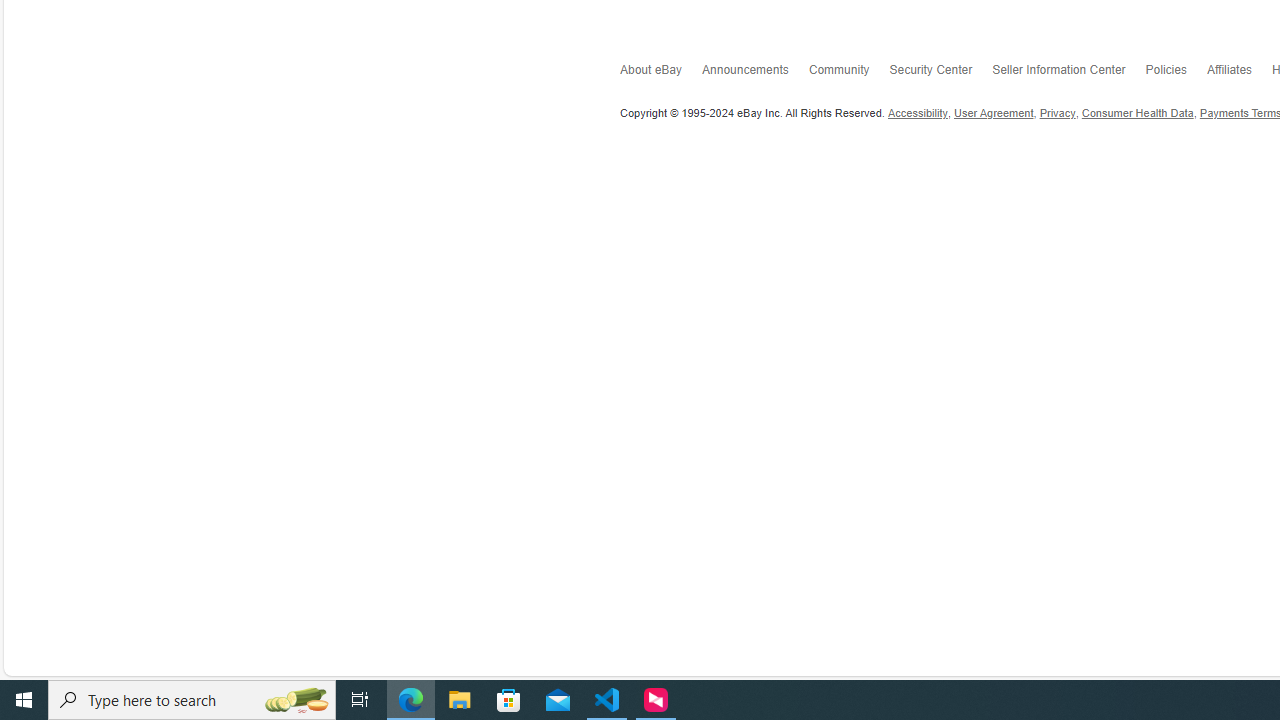  What do you see at coordinates (1176, 72) in the screenshot?
I see `'Policies'` at bounding box center [1176, 72].